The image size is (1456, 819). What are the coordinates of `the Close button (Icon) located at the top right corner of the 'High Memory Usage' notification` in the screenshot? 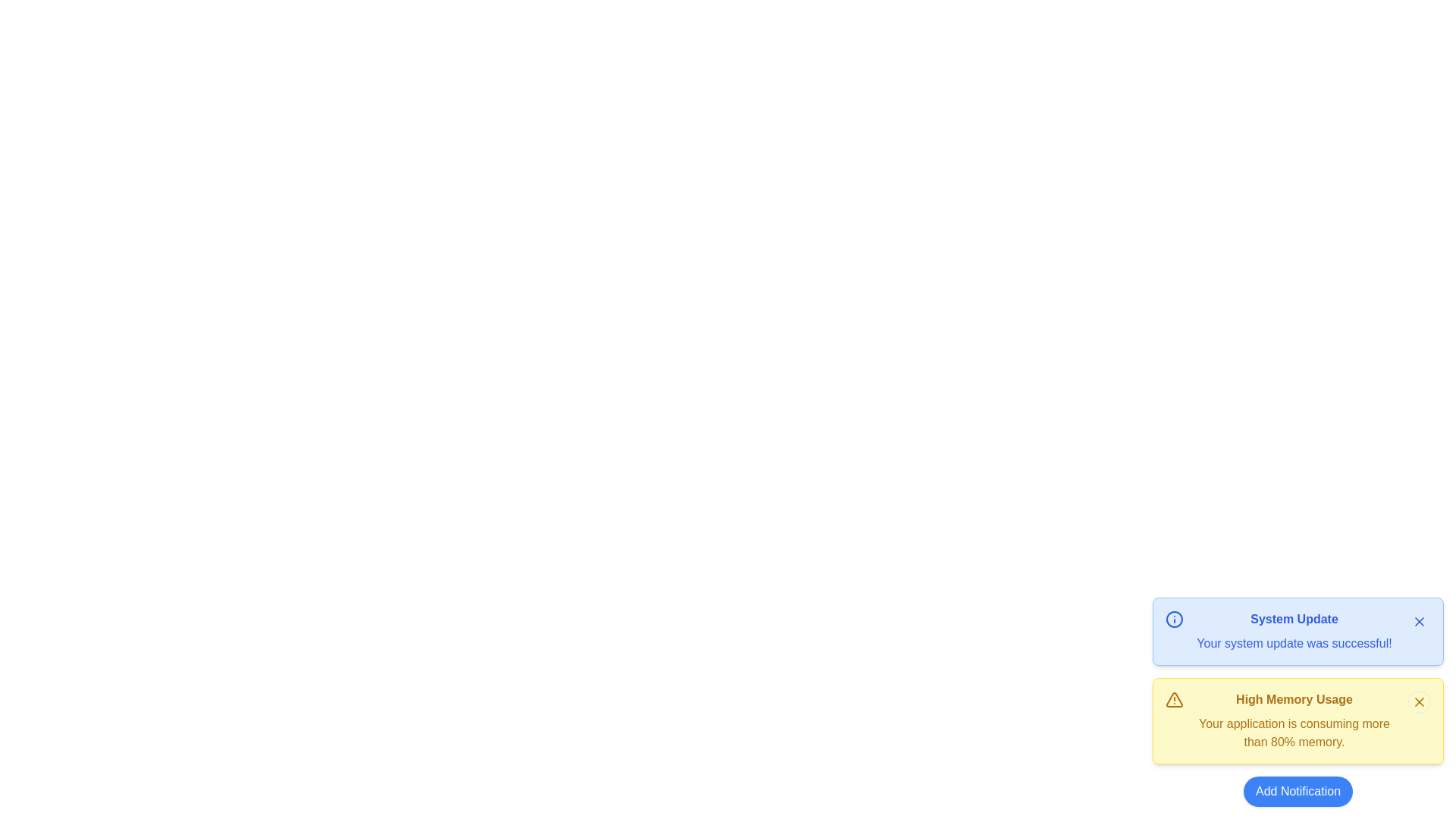 It's located at (1419, 701).